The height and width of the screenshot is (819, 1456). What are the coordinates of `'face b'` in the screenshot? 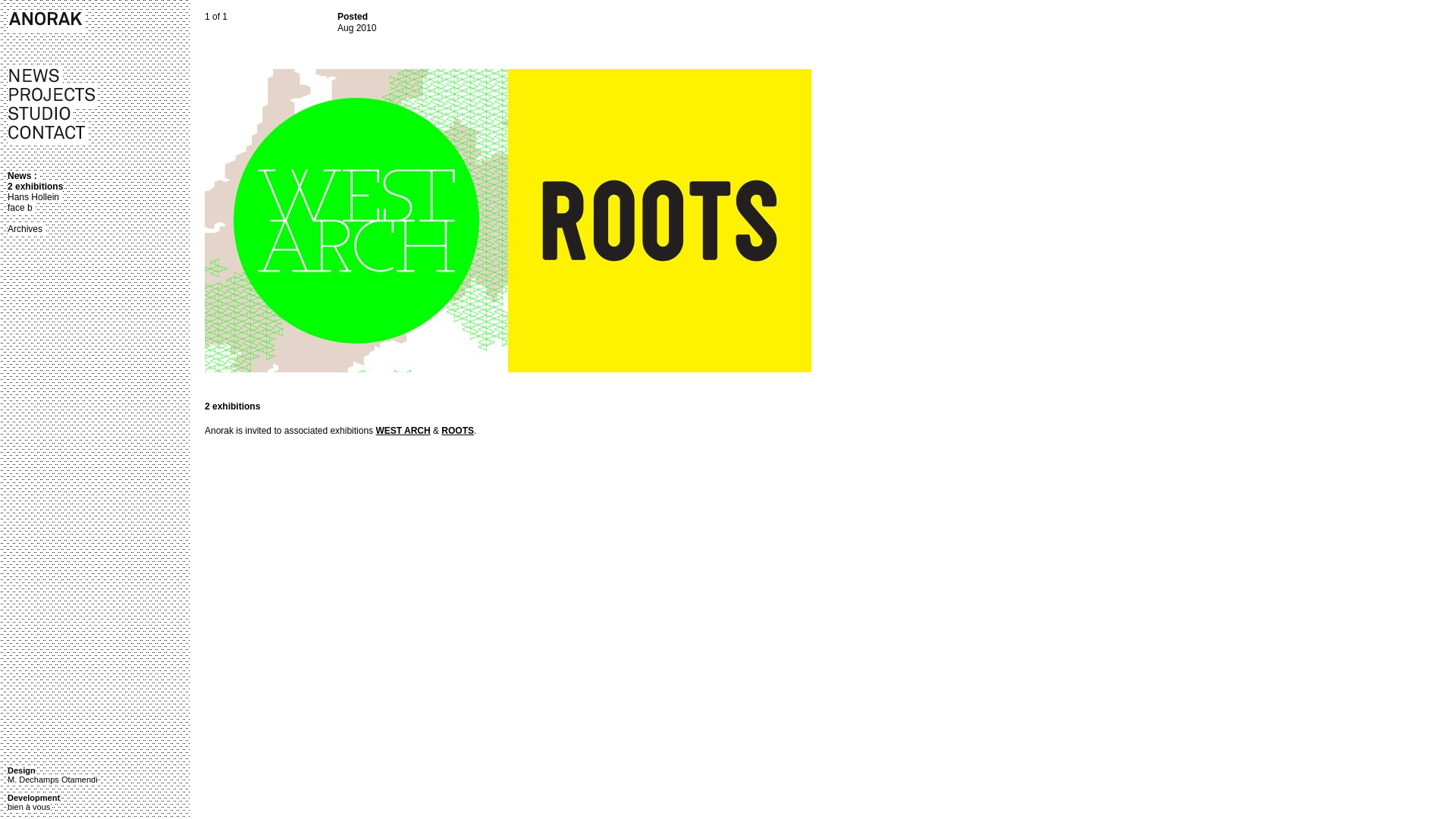 It's located at (21, 207).